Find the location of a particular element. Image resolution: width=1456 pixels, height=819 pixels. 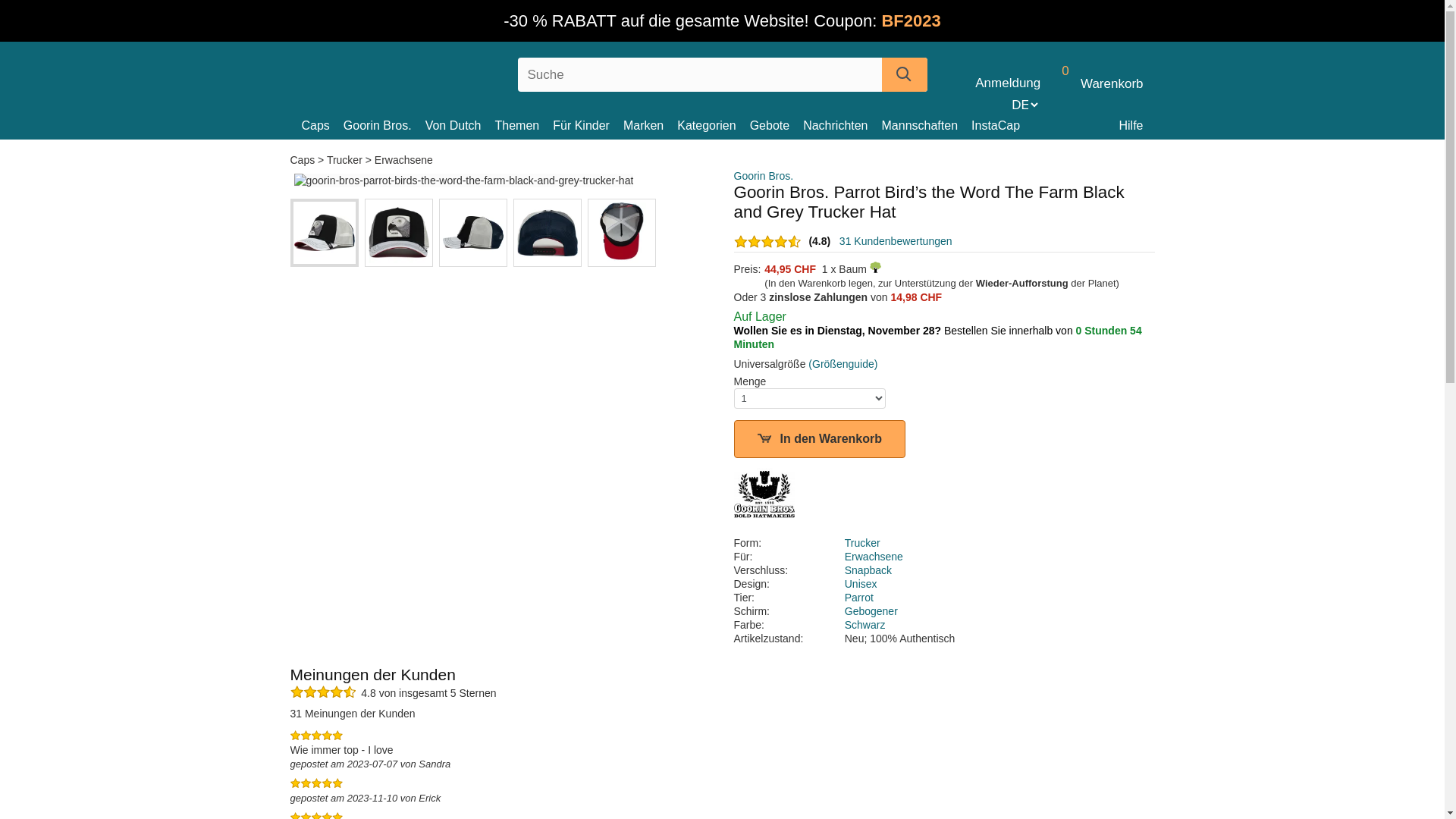

'Themen' is located at coordinates (494, 124).